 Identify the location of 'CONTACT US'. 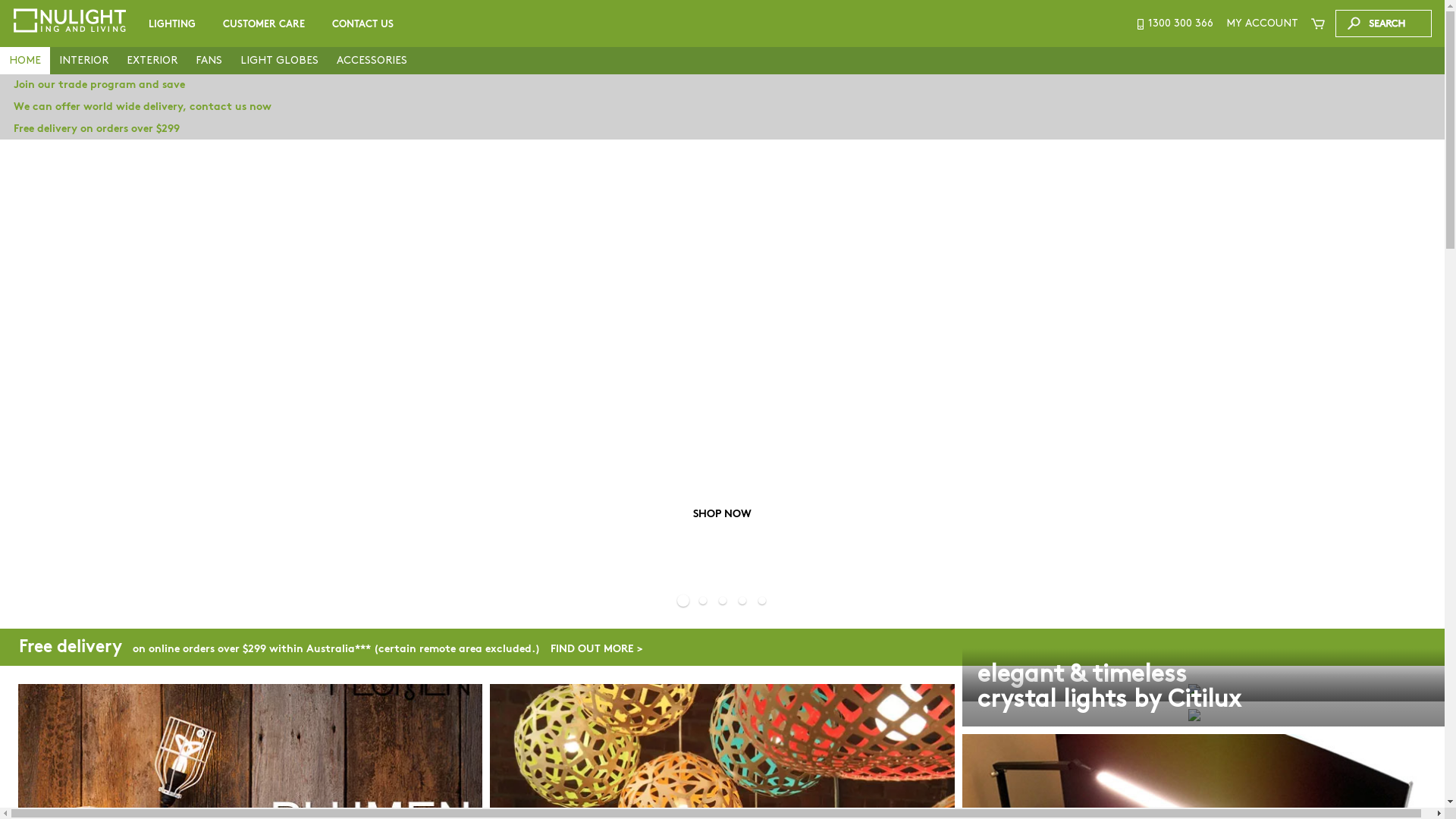
(362, 24).